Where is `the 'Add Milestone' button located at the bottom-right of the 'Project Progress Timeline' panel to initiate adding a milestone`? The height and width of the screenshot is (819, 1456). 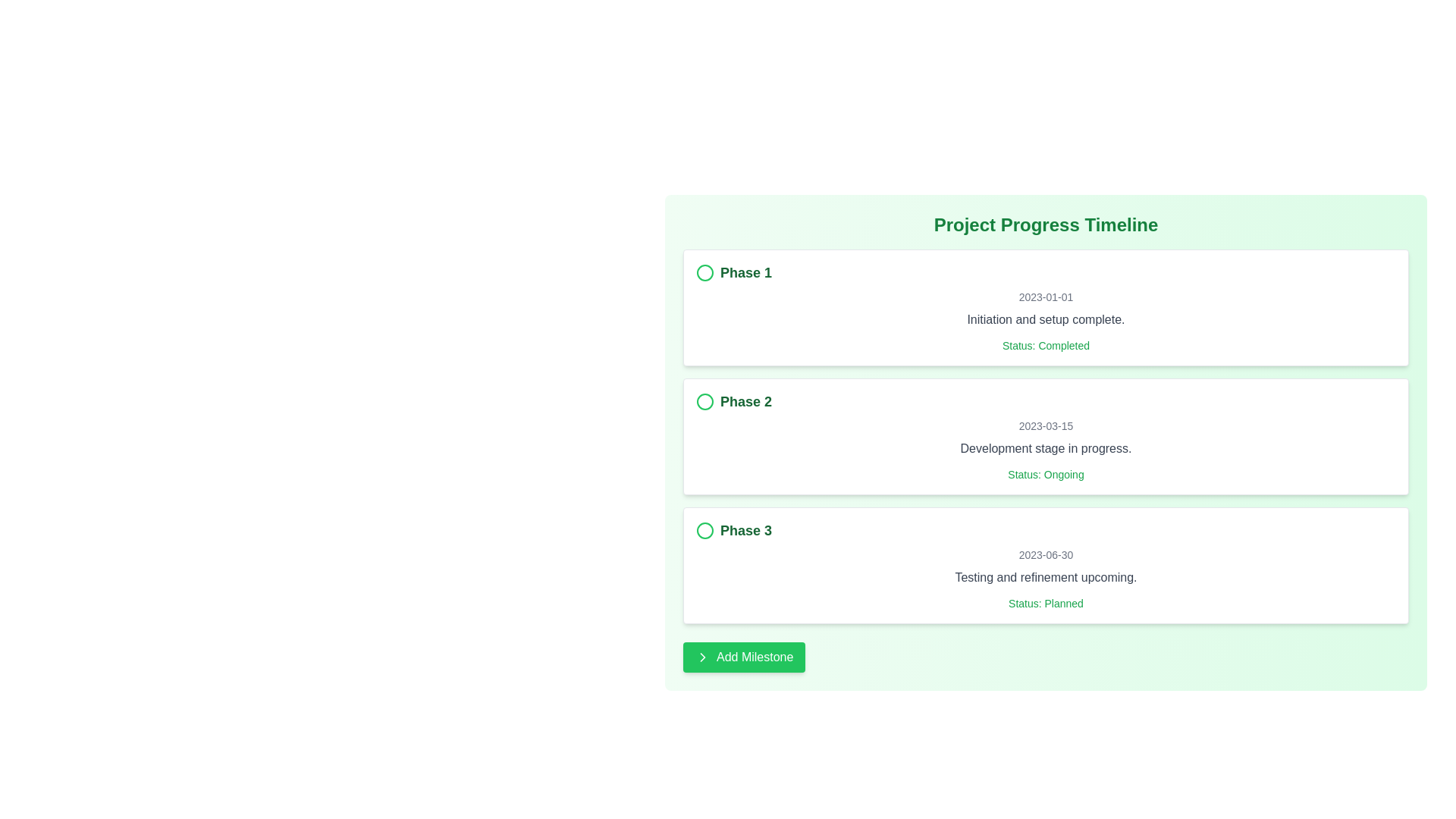 the 'Add Milestone' button located at the bottom-right of the 'Project Progress Timeline' panel to initiate adding a milestone is located at coordinates (744, 657).